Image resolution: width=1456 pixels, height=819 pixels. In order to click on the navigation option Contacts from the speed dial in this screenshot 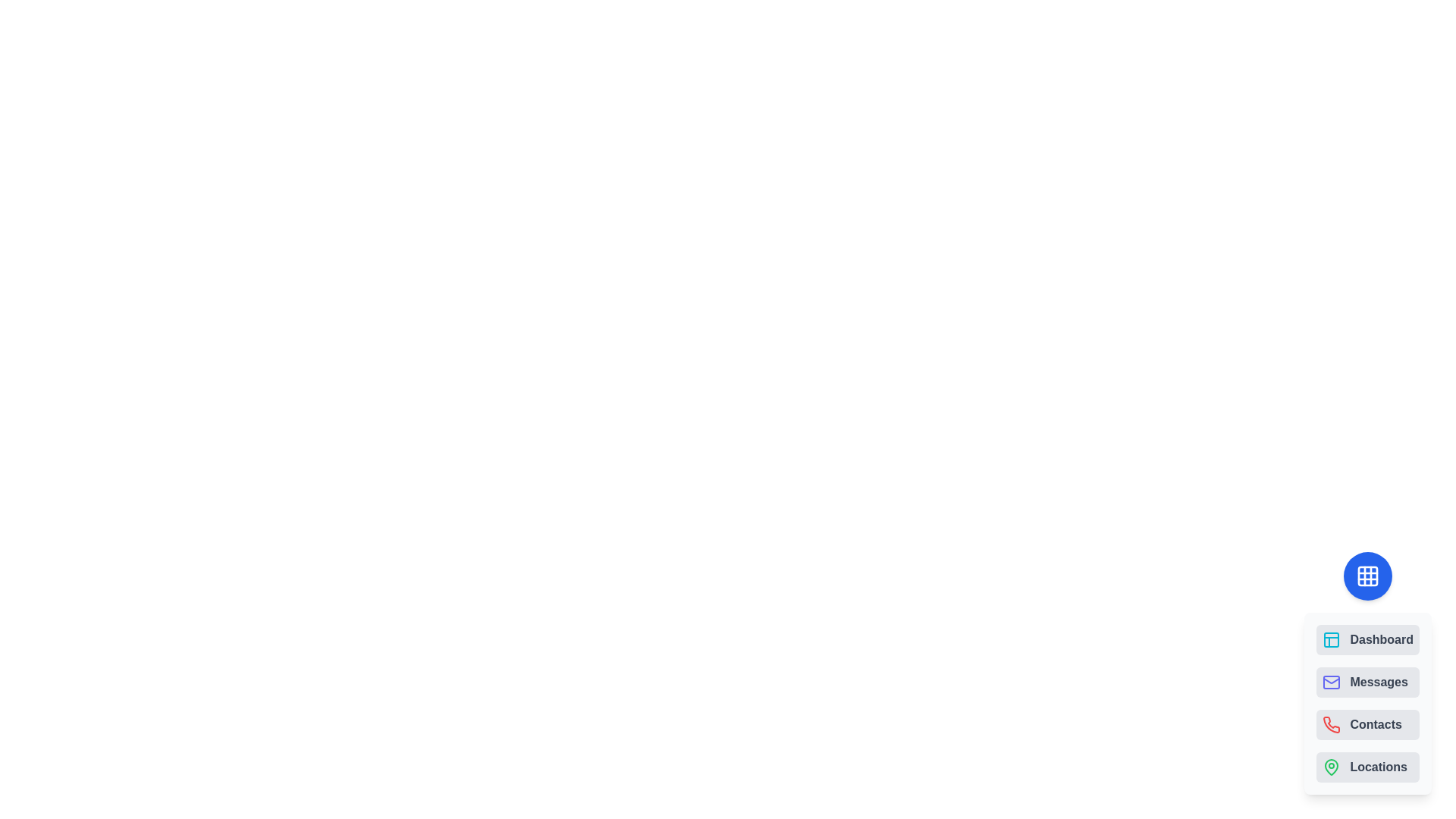, I will do `click(1368, 724)`.